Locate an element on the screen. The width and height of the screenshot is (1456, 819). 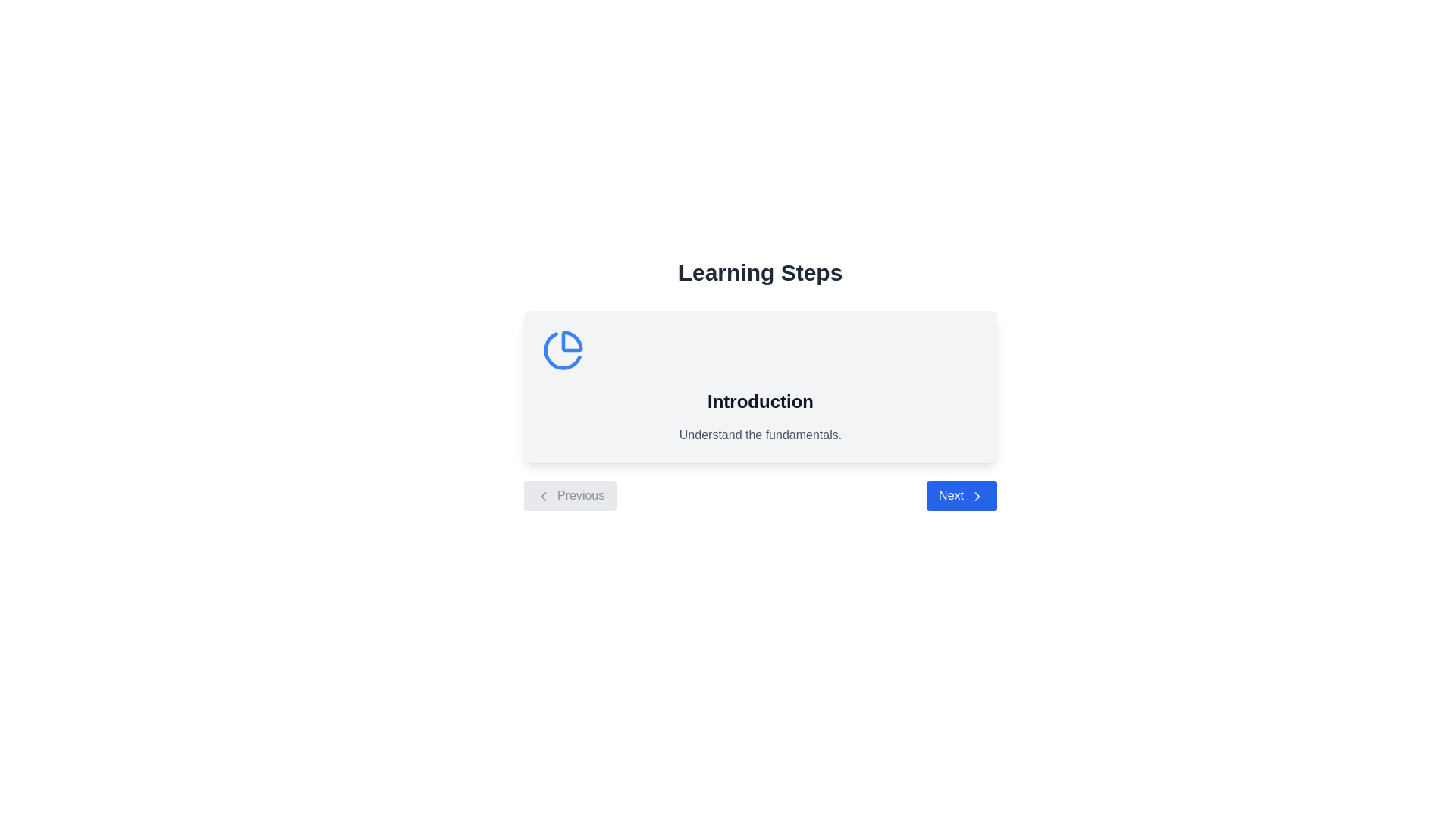
the left-pointing chevron icon located to the left of the 'Previous' button in the navigation bar is located at coordinates (543, 496).